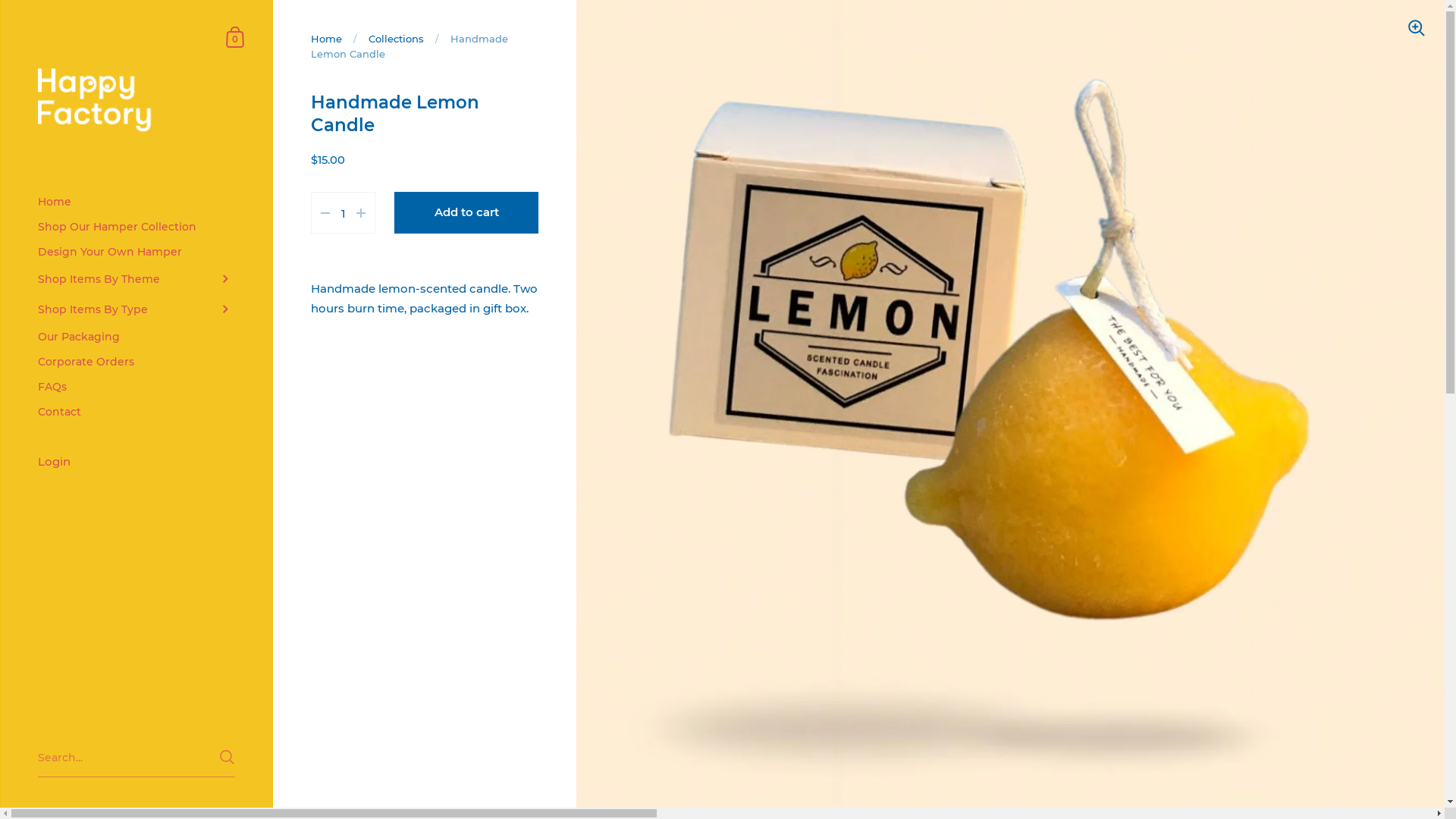  I want to click on 'Contact', so click(0, 412).